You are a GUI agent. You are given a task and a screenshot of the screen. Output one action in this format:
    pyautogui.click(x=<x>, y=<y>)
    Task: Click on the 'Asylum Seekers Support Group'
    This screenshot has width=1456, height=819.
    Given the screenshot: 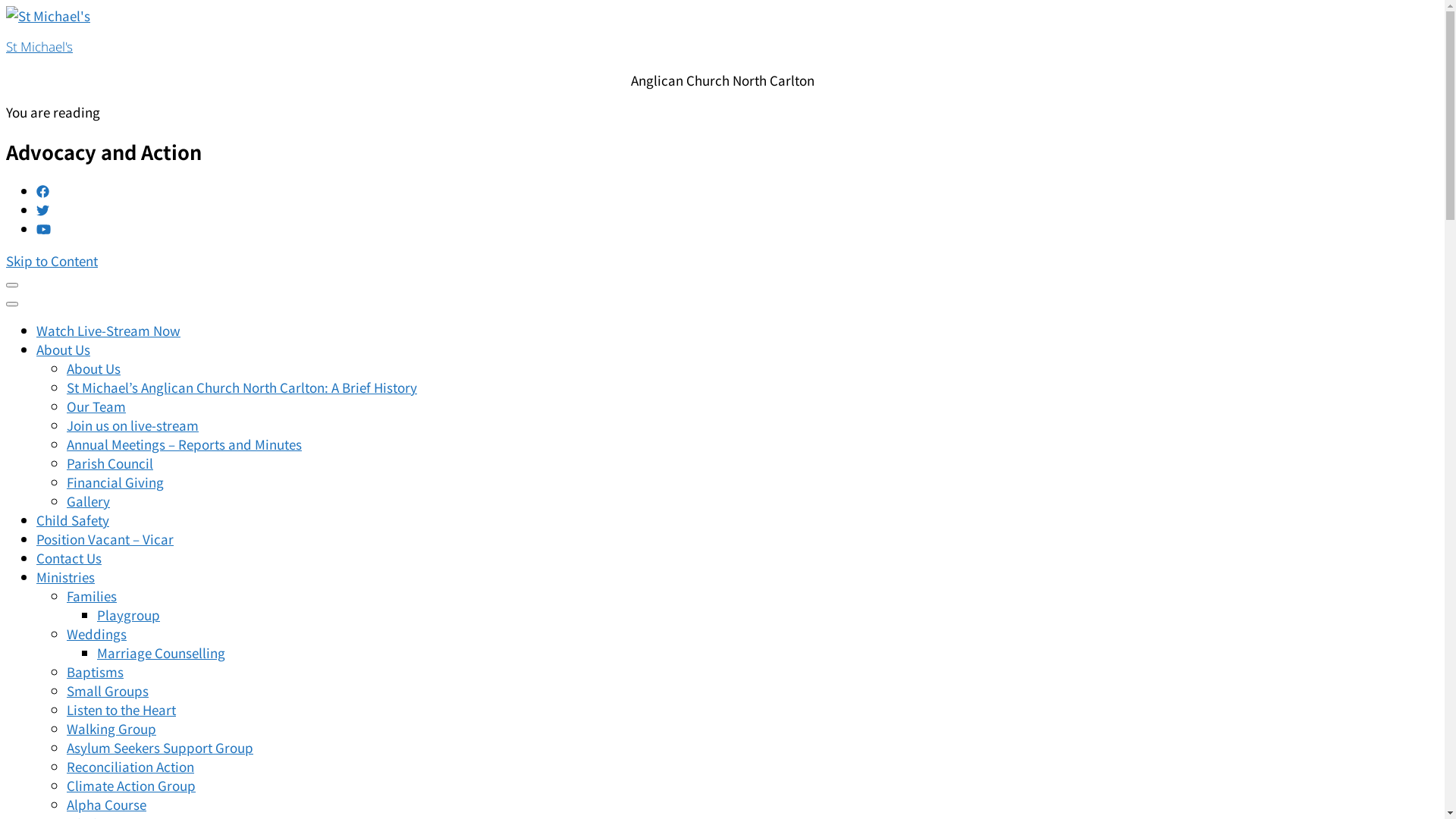 What is the action you would take?
    pyautogui.click(x=160, y=746)
    